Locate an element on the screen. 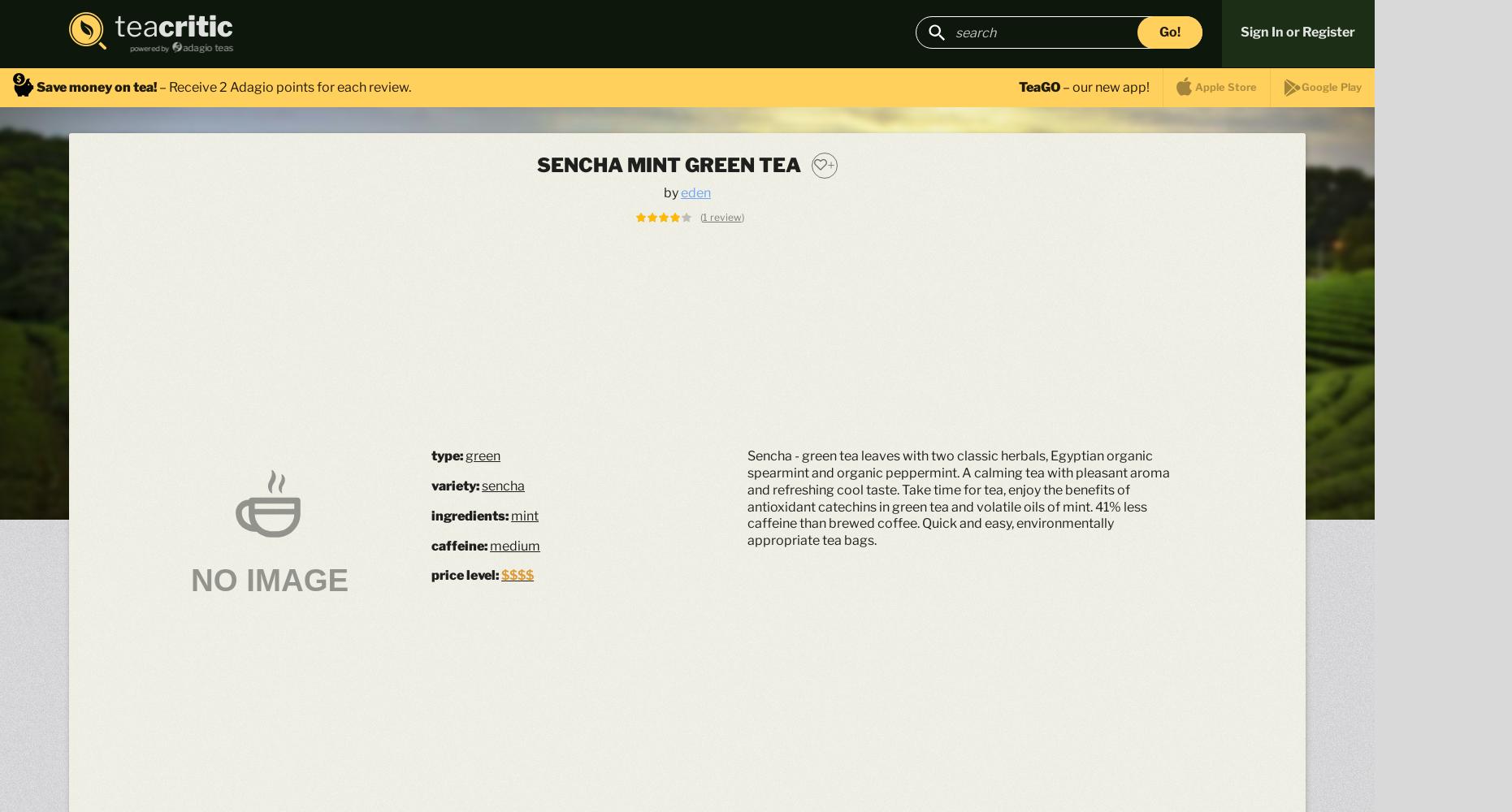  'TeaGO' is located at coordinates (1039, 85).